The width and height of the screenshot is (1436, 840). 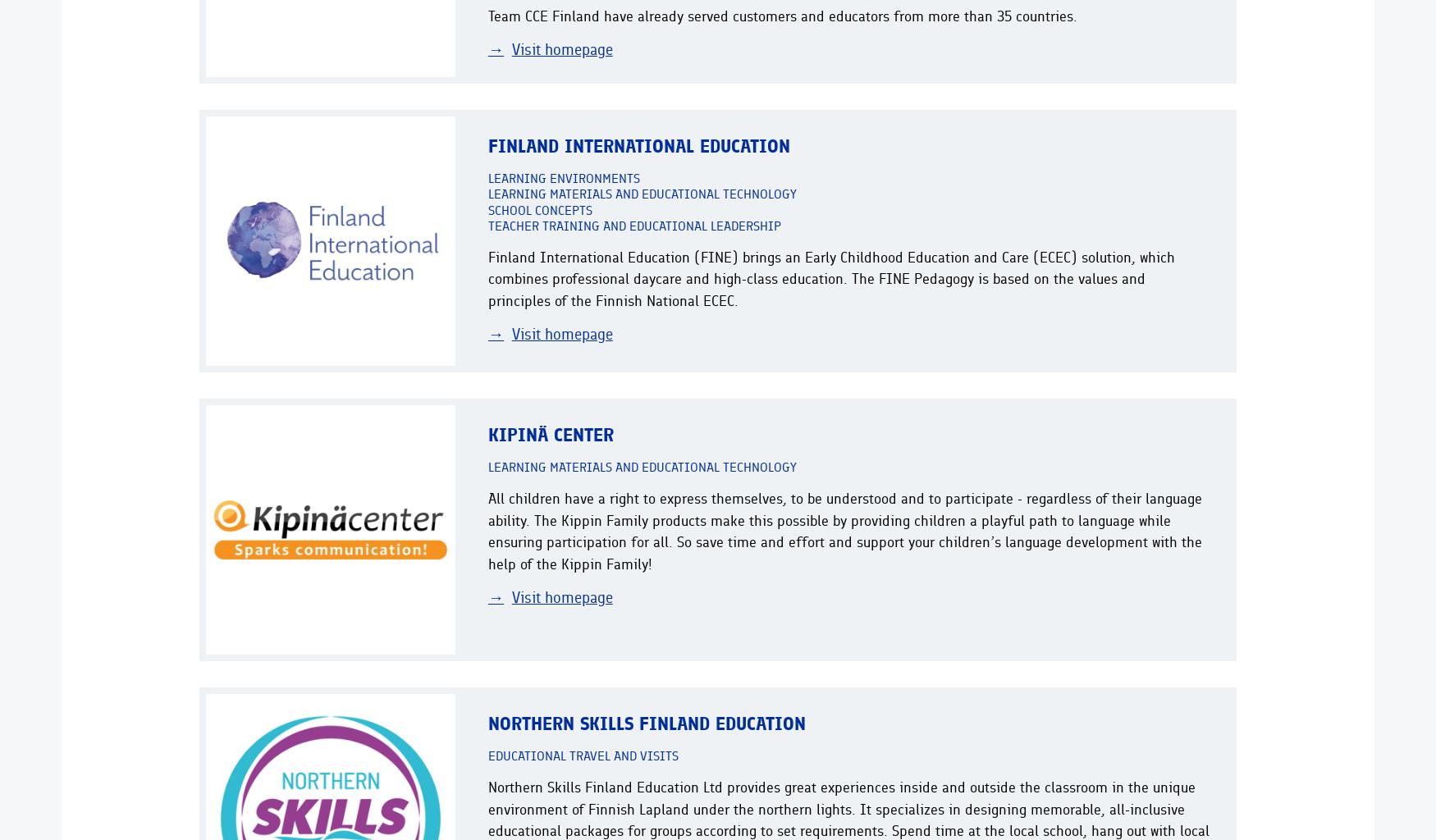 I want to click on 'Teacher training and educational leadership', so click(x=633, y=225).